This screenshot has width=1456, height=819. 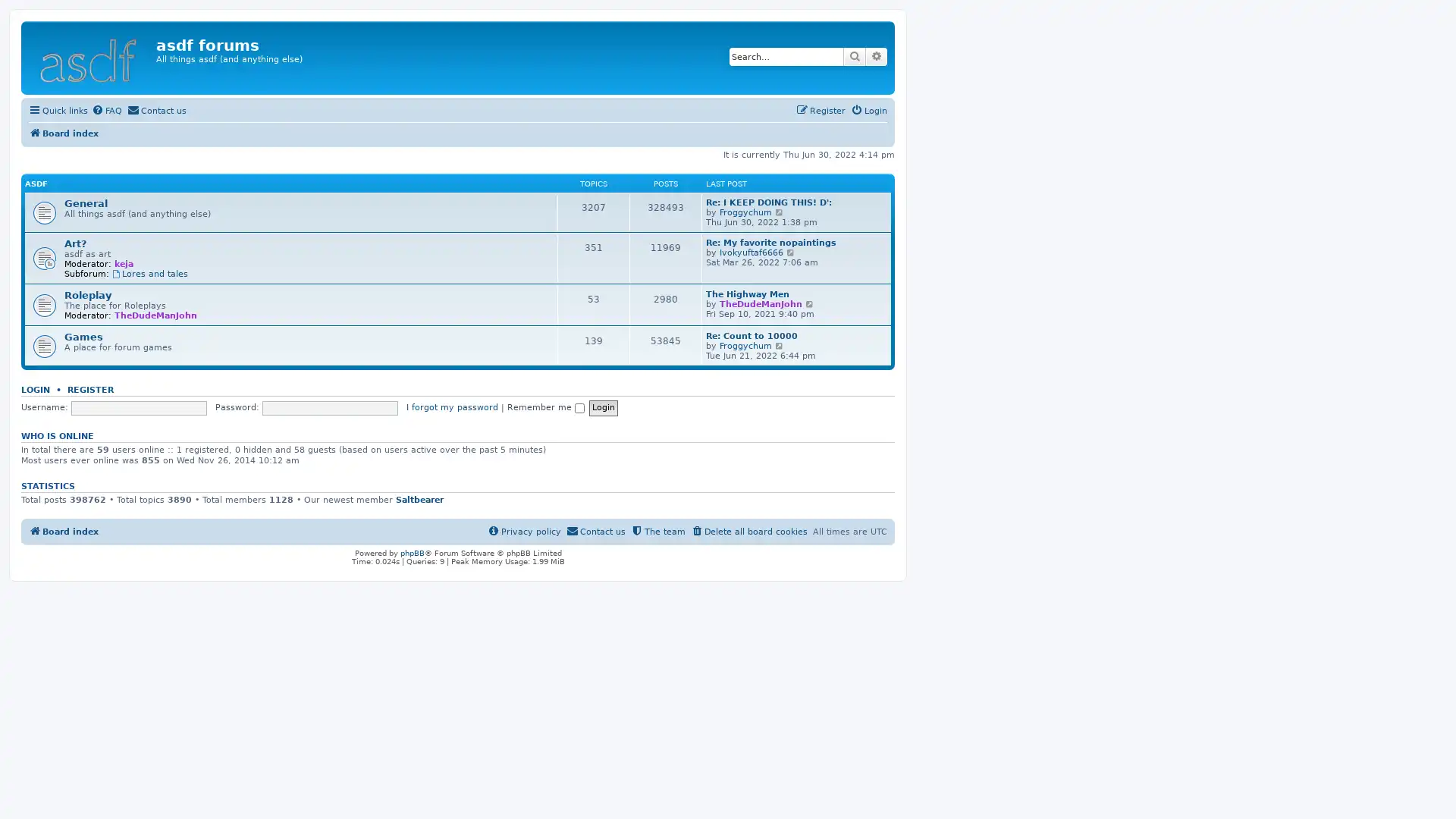 I want to click on Login, so click(x=602, y=406).